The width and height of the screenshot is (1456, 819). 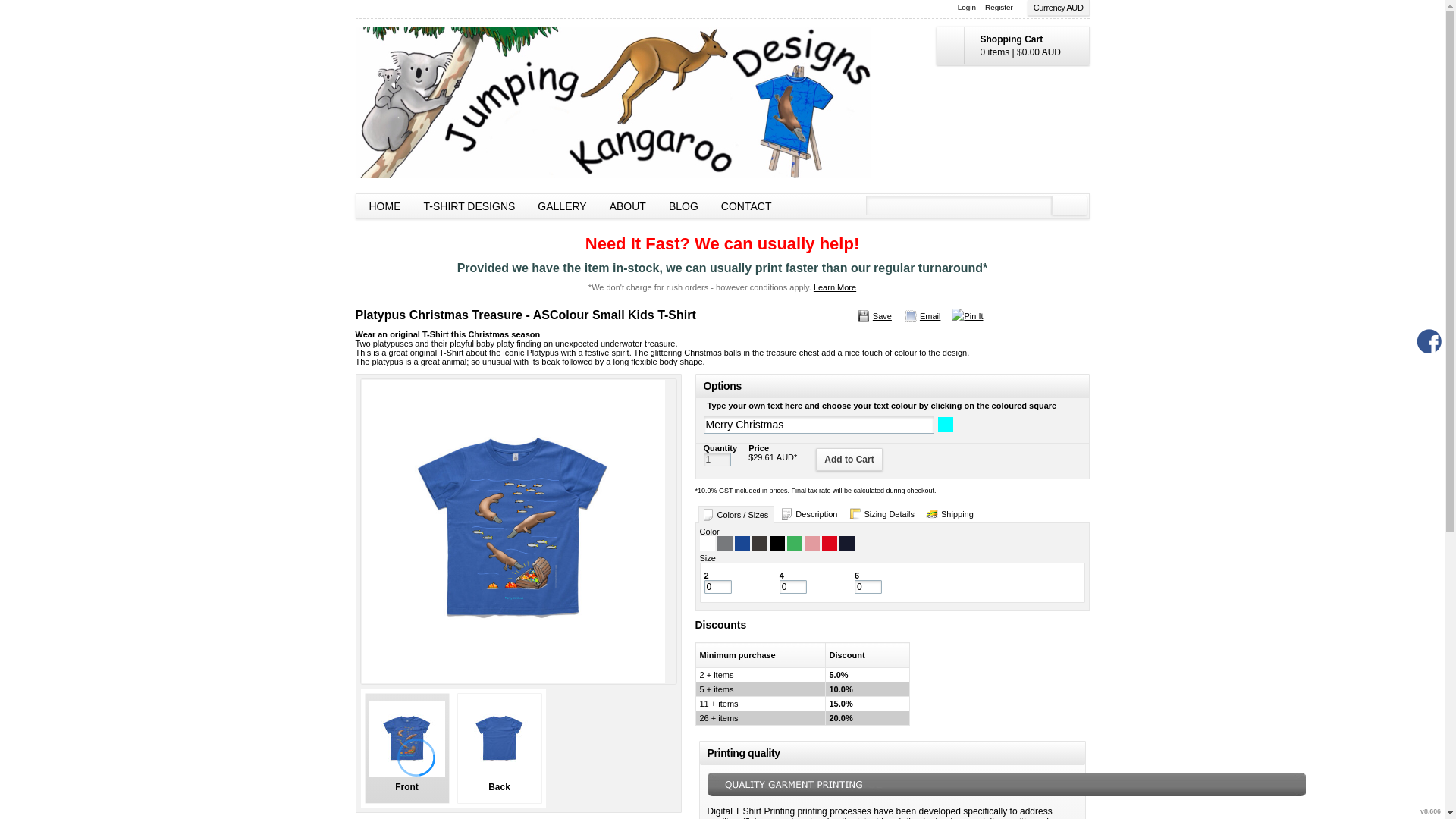 I want to click on 'Email', so click(x=921, y=315).